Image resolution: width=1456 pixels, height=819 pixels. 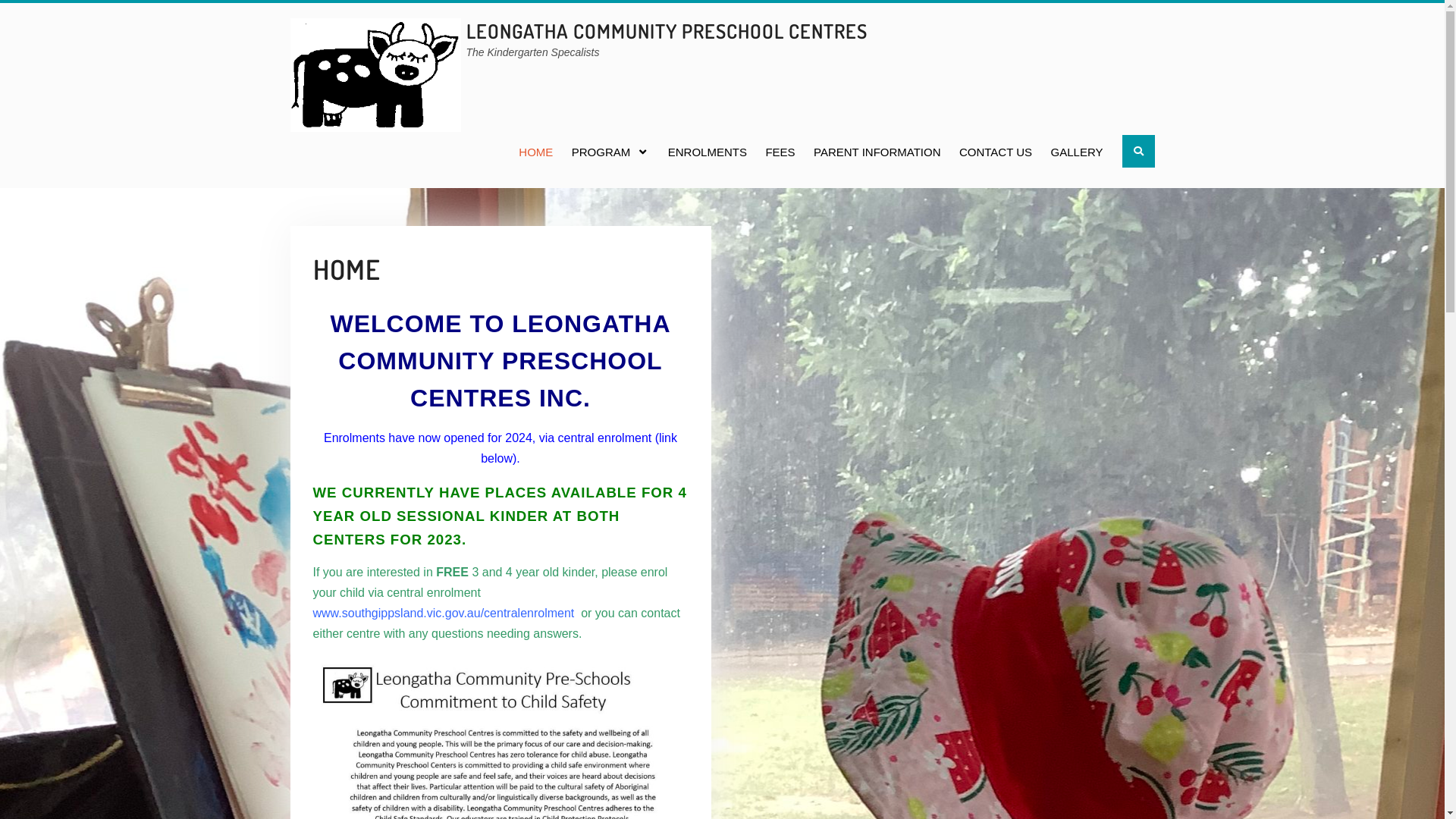 What do you see at coordinates (996, 152) in the screenshot?
I see `'CONTACT US'` at bounding box center [996, 152].